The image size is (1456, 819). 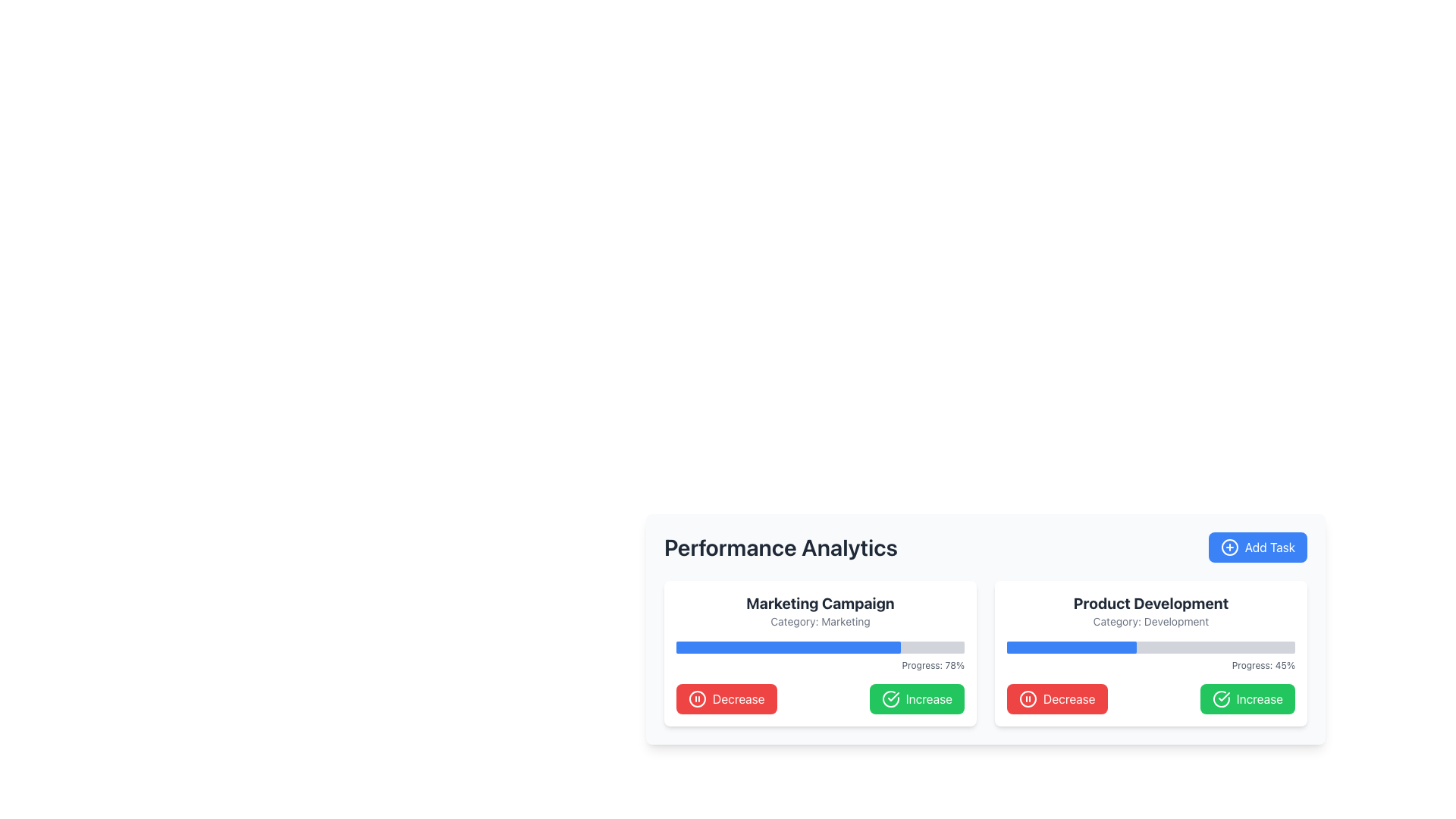 I want to click on the circular icon with a plus sign in the center, which has a blue background and white border, located next to the 'Add Task' text in the top-right corner of the 'Performance Analytics' section, so click(x=1229, y=547).